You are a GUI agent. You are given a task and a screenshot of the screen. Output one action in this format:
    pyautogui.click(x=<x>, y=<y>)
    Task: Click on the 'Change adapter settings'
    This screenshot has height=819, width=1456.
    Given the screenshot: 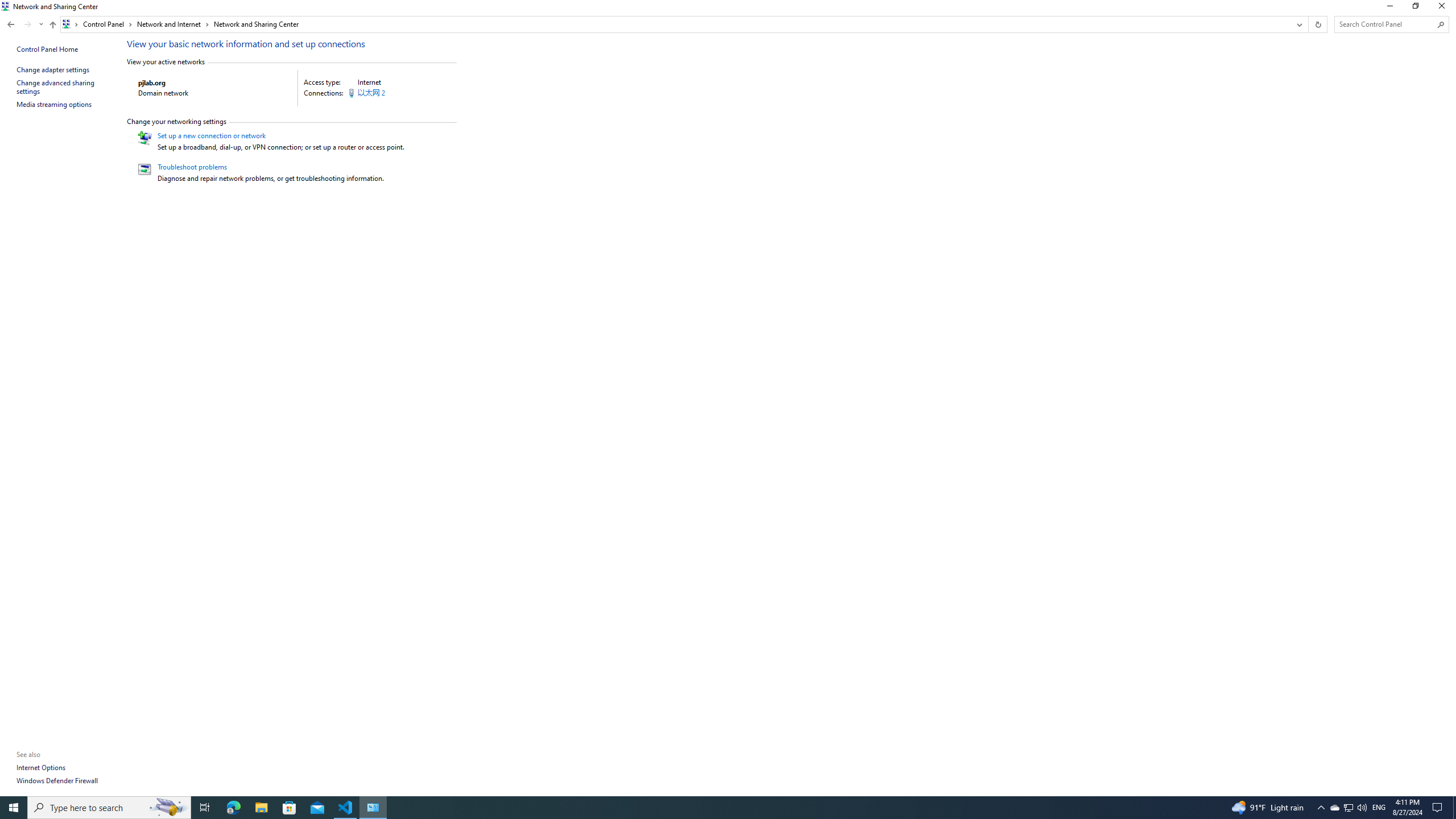 What is the action you would take?
    pyautogui.click(x=53, y=69)
    